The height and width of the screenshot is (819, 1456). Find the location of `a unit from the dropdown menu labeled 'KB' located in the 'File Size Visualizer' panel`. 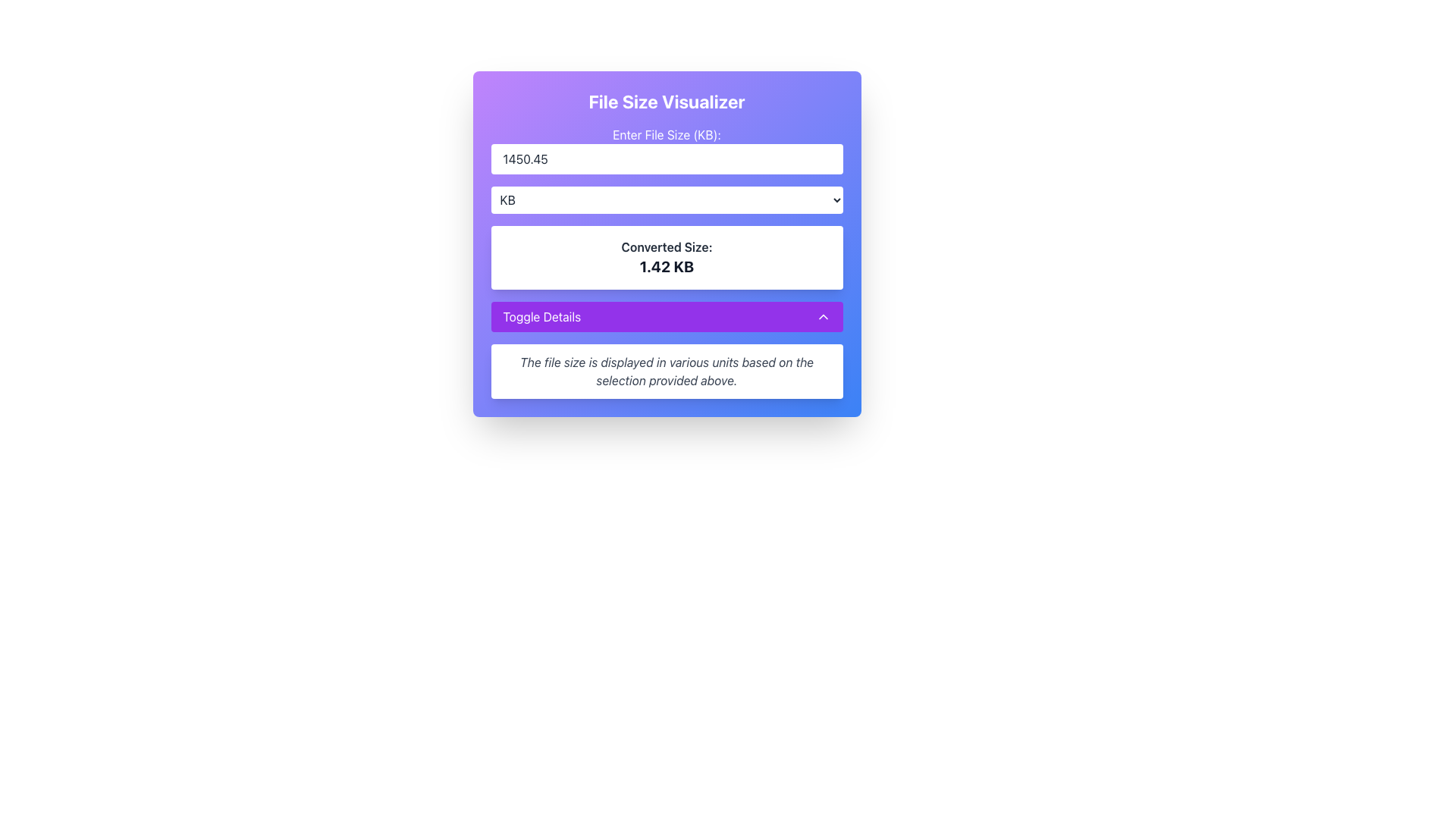

a unit from the dropdown menu labeled 'KB' located in the 'File Size Visualizer' panel is located at coordinates (667, 199).